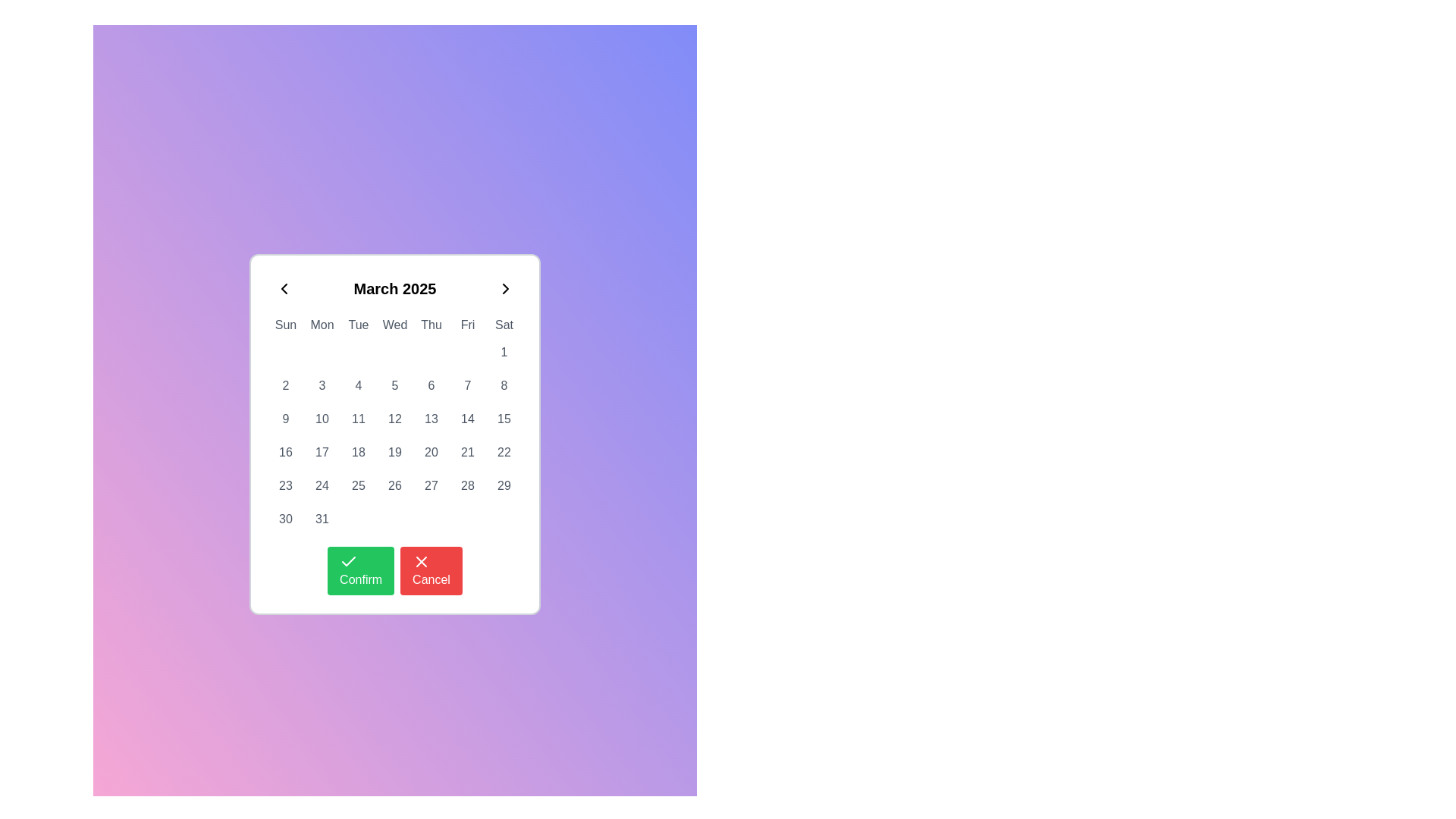  What do you see at coordinates (284, 289) in the screenshot?
I see `the navigation button located at the top left of the calendar popup interface` at bounding box center [284, 289].